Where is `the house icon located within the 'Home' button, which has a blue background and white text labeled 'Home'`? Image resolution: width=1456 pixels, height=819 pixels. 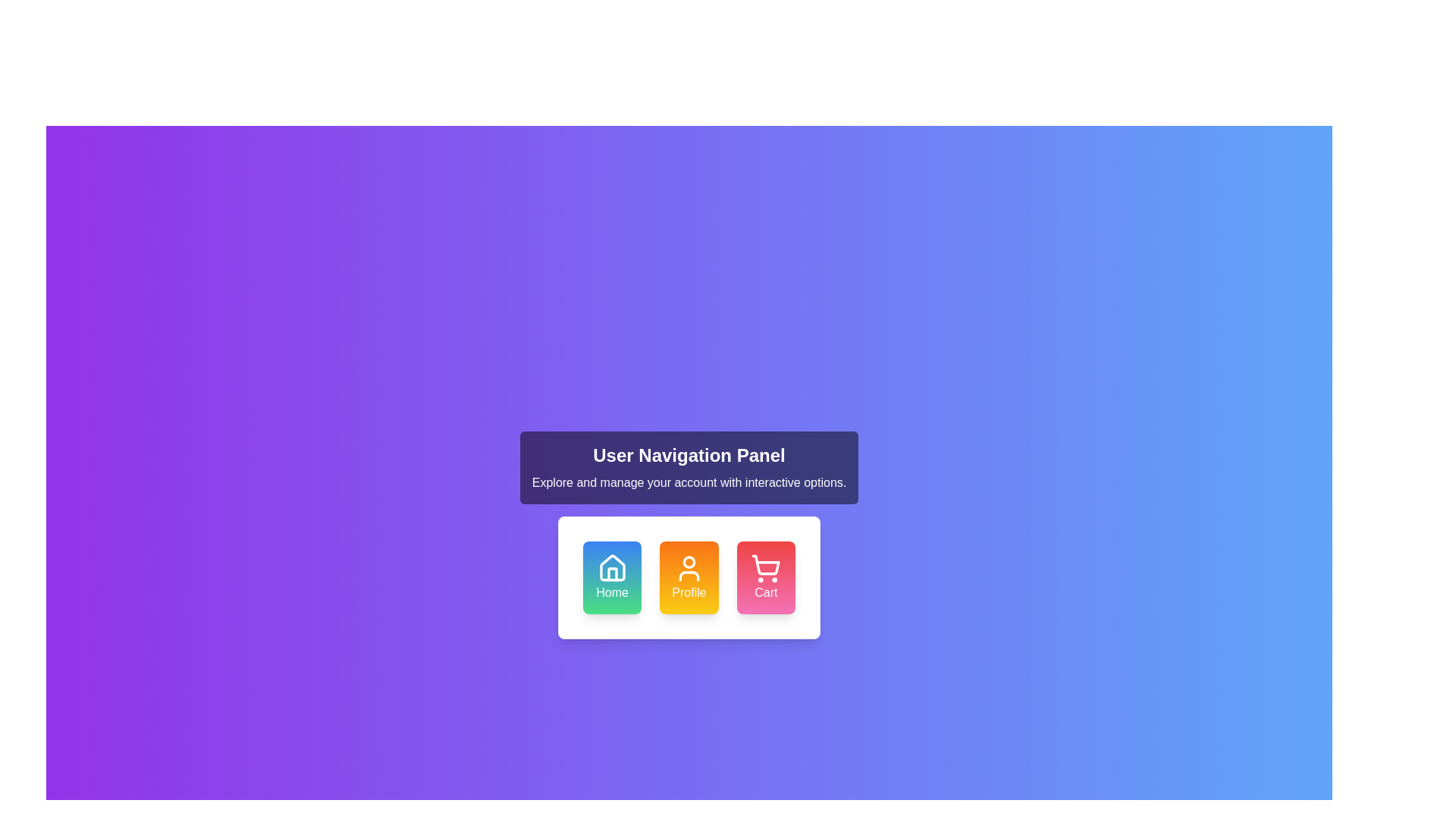
the house icon located within the 'Home' button, which has a blue background and white text labeled 'Home' is located at coordinates (612, 568).